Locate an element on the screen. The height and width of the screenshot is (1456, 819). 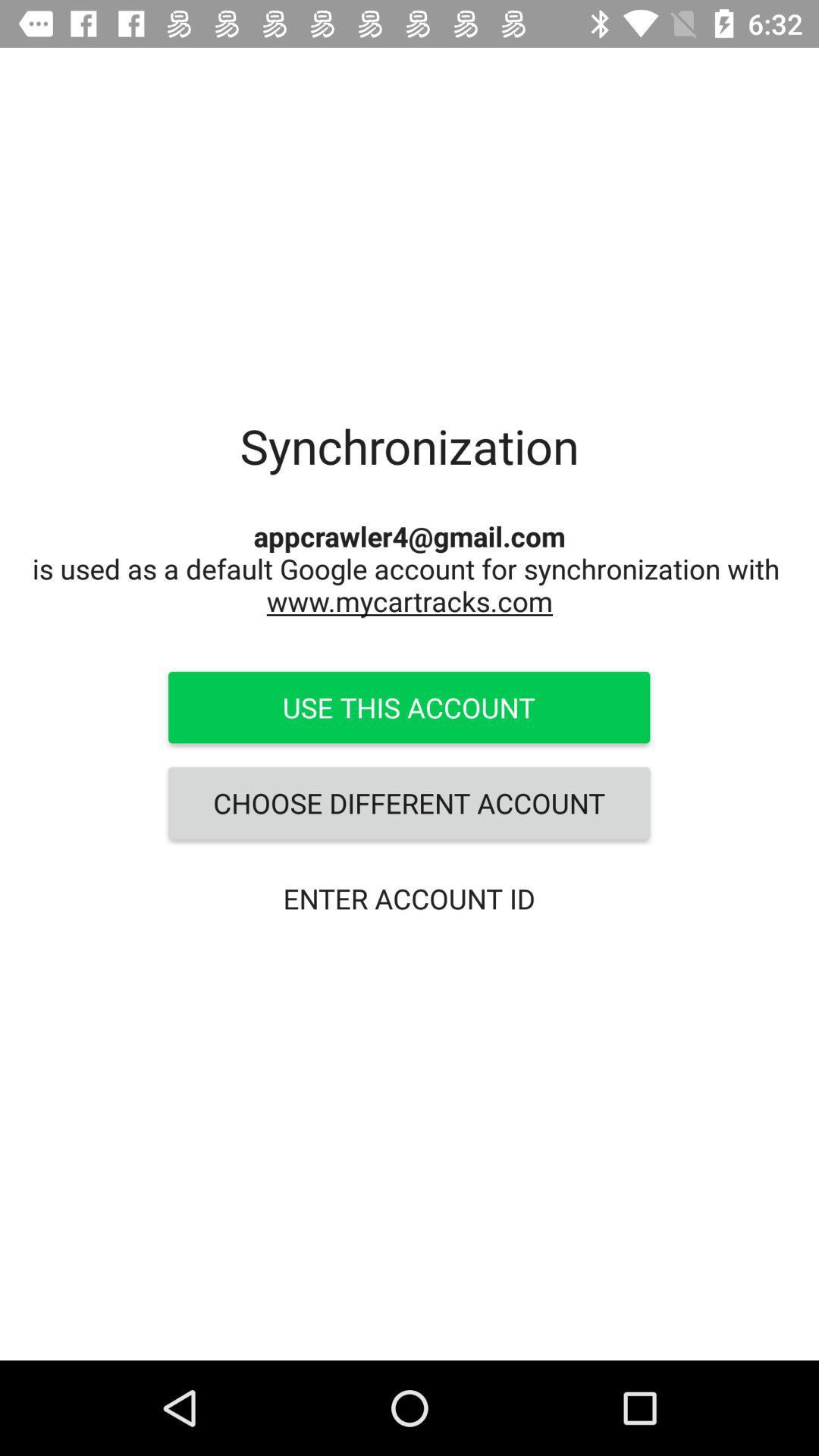
icon above the choose different account is located at coordinates (408, 706).